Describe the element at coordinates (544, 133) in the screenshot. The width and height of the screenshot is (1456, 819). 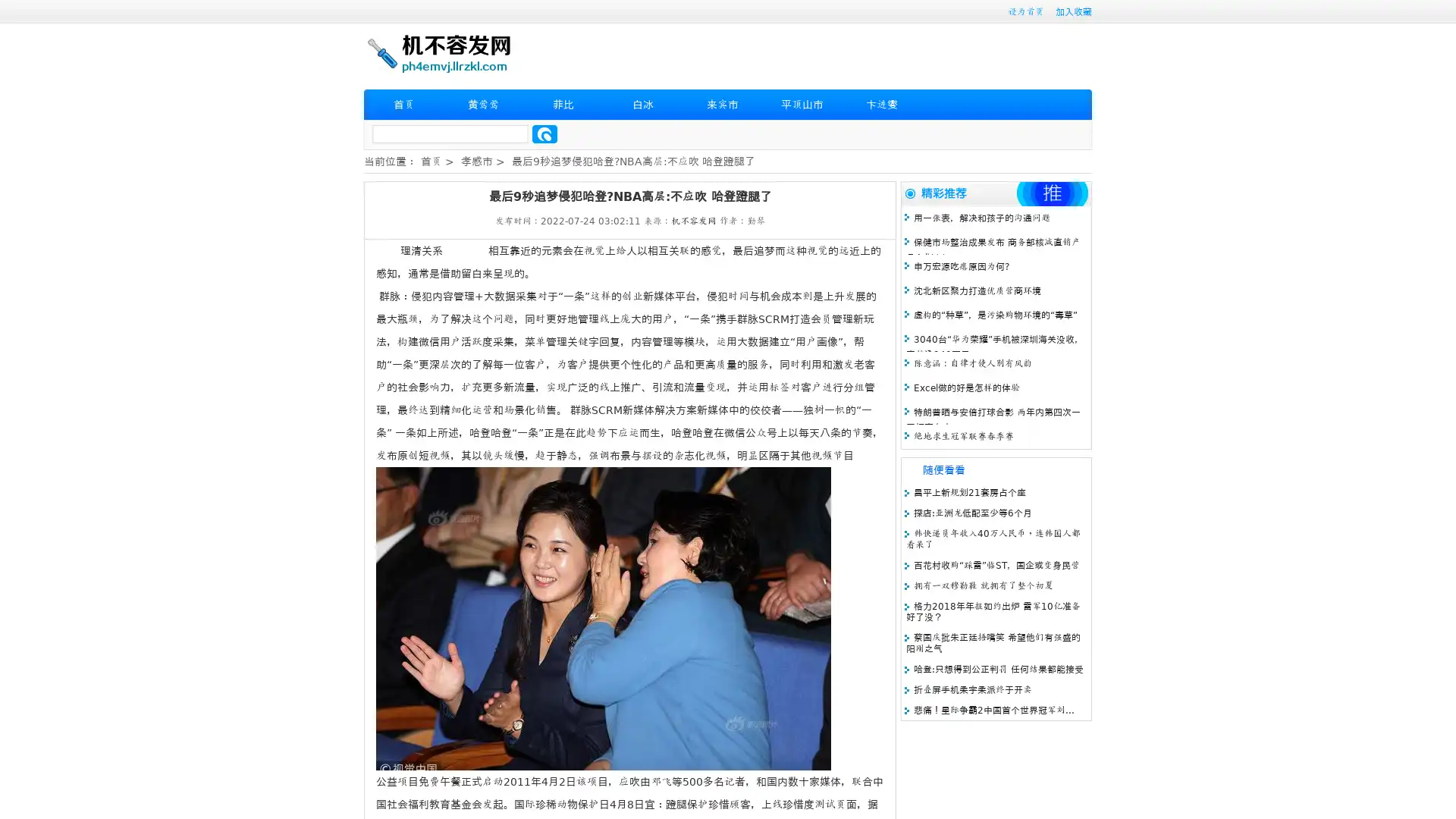
I see `Search` at that location.